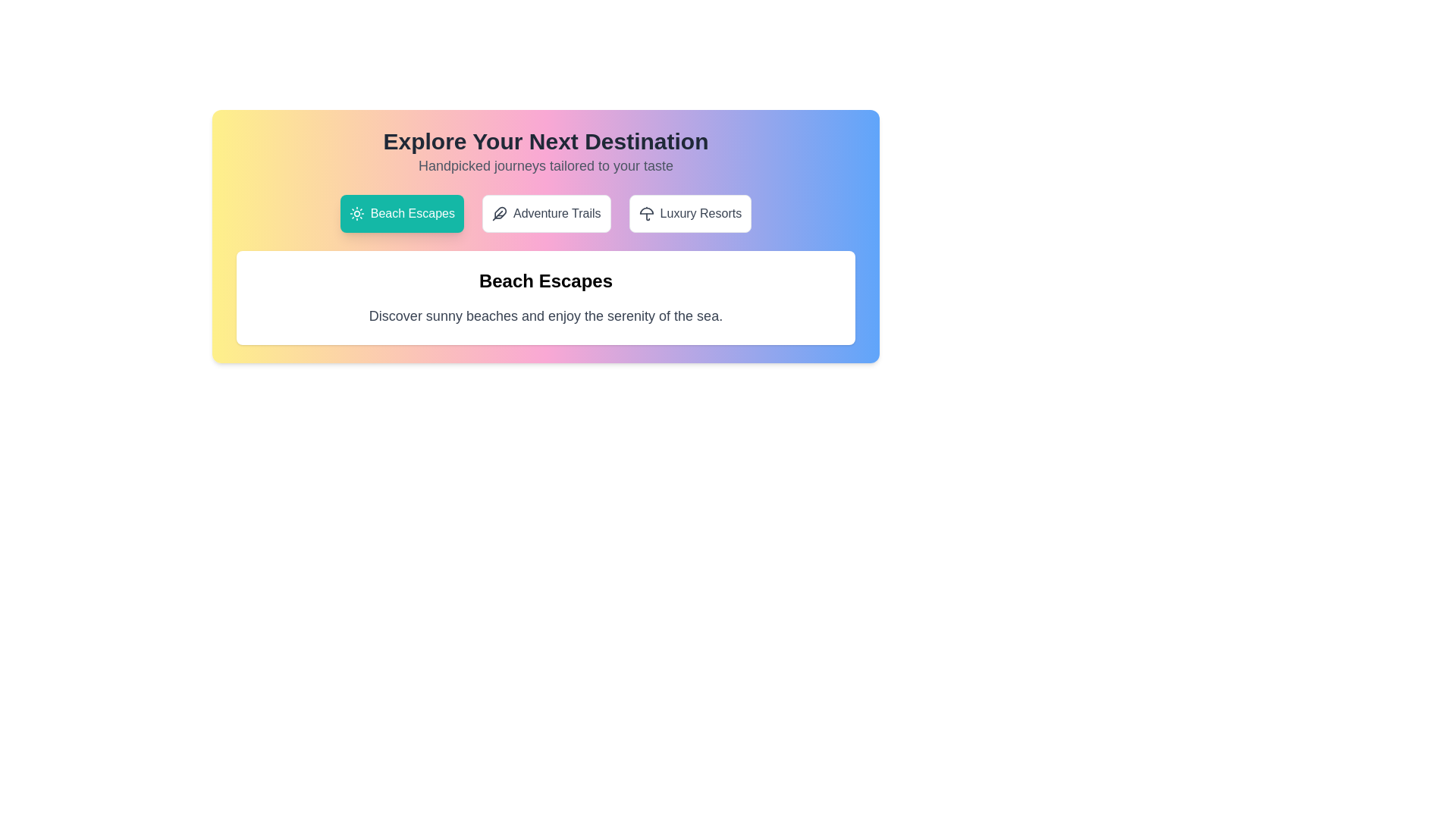 The image size is (1456, 819). I want to click on the tab labeled 'Luxury Resorts', so click(689, 213).